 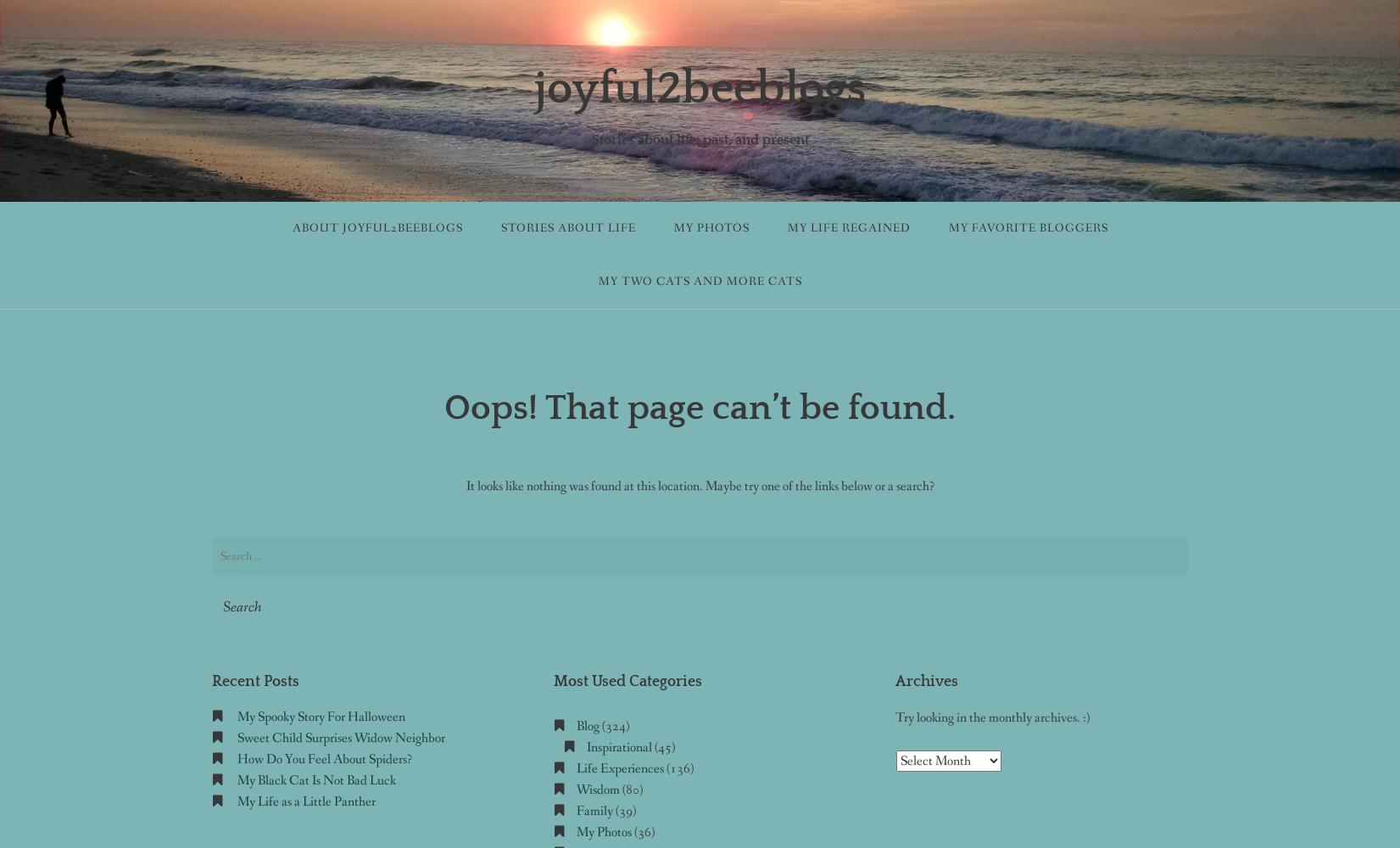 I want to click on 'Stories about Life', so click(x=567, y=228).